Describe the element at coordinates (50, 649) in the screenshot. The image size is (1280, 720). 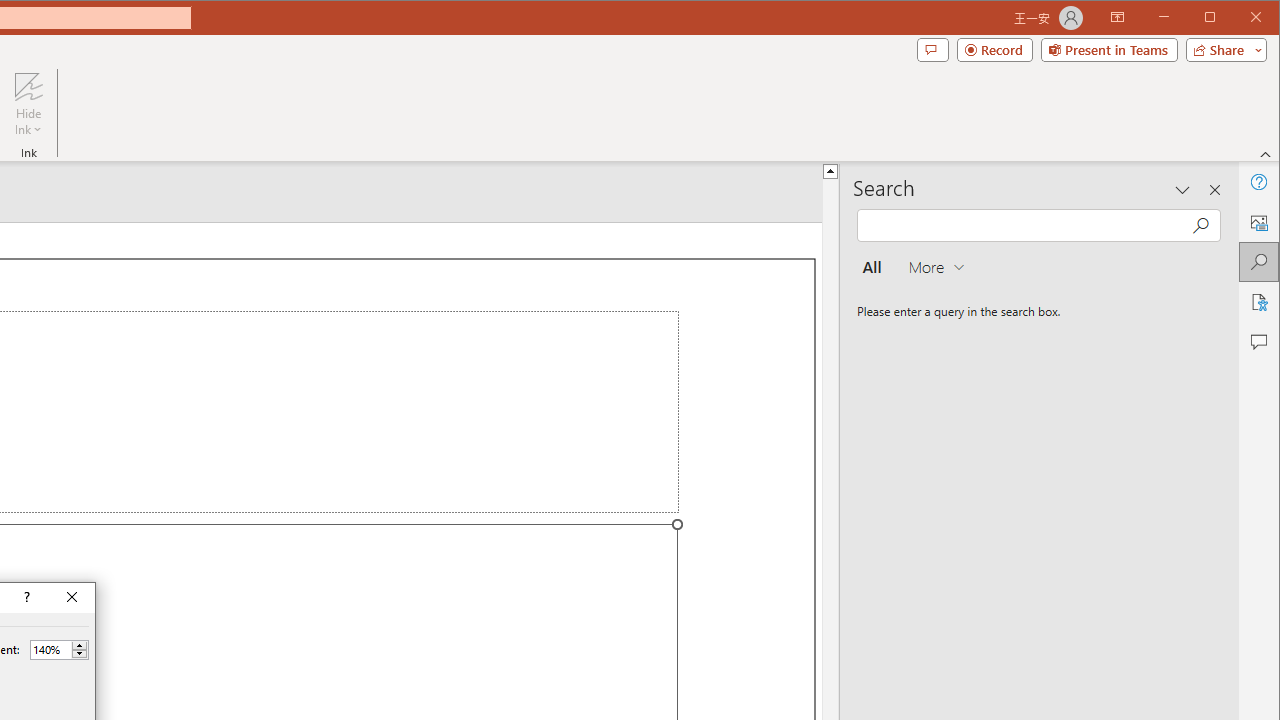
I see `'Percent'` at that location.